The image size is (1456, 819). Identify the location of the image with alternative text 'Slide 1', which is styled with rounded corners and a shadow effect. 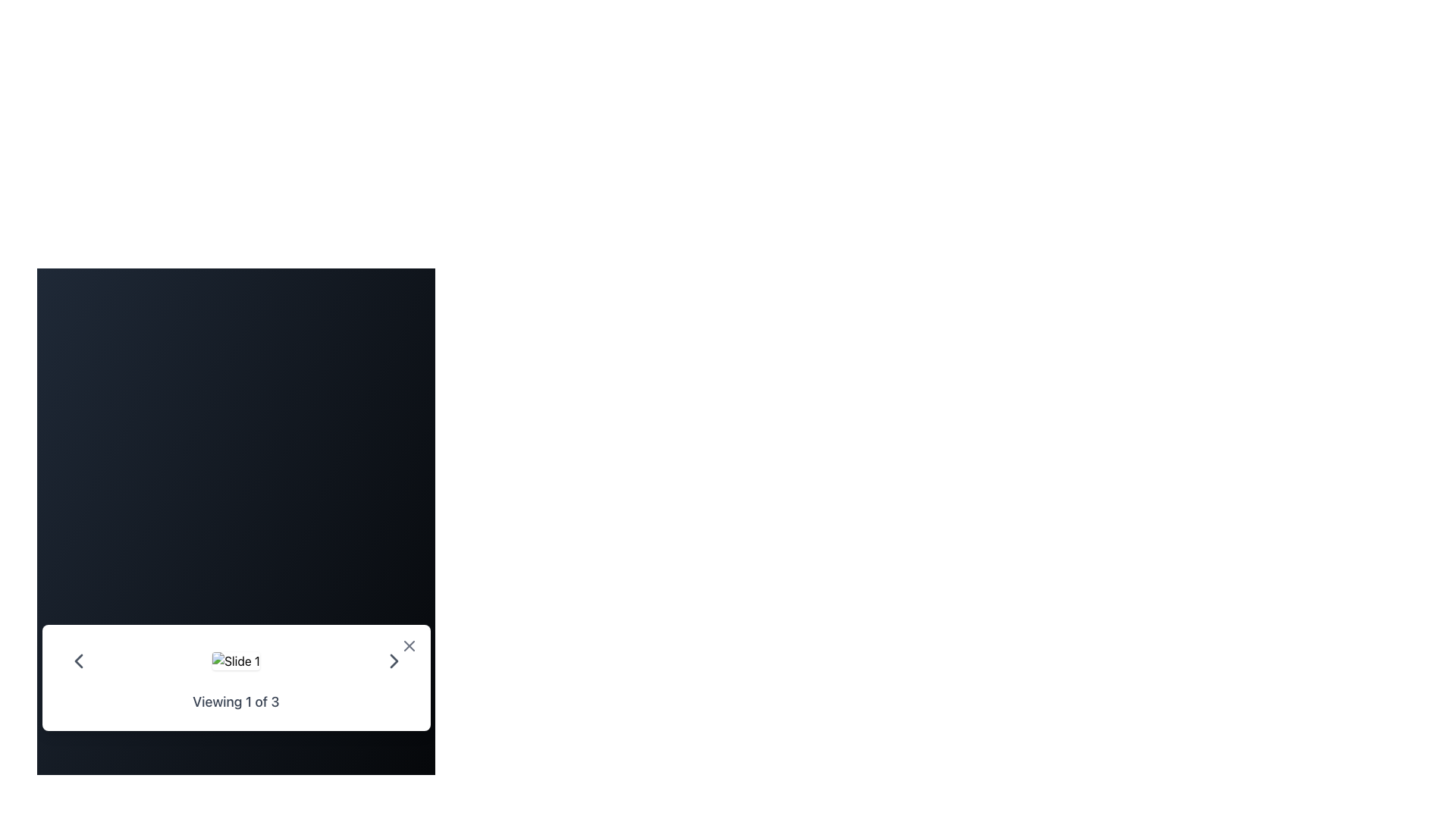
(235, 660).